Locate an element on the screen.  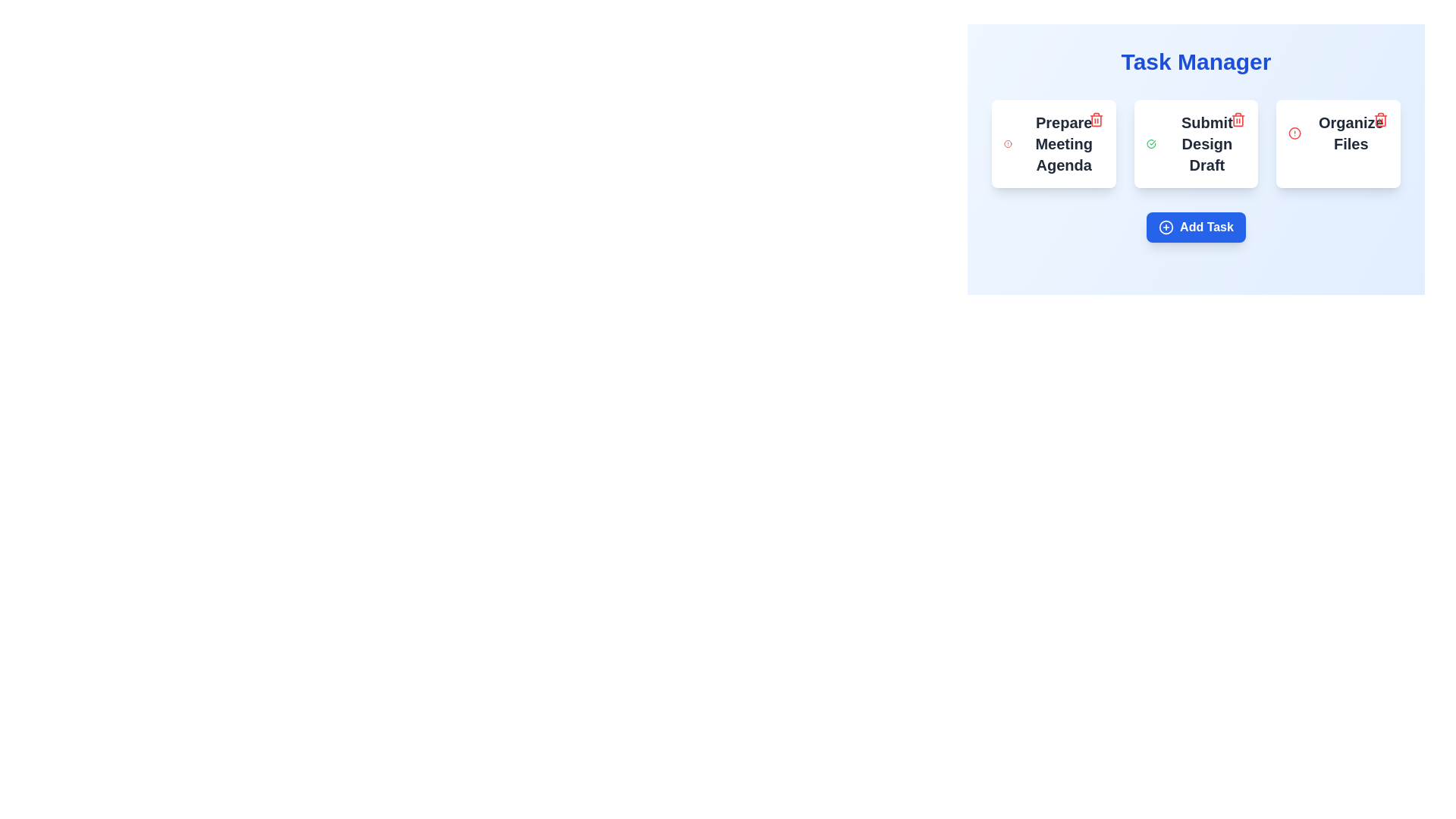
the Task Card labeled 'Organize Files' which is positioned in the third column under the 'Task Manager' heading is located at coordinates (1338, 143).